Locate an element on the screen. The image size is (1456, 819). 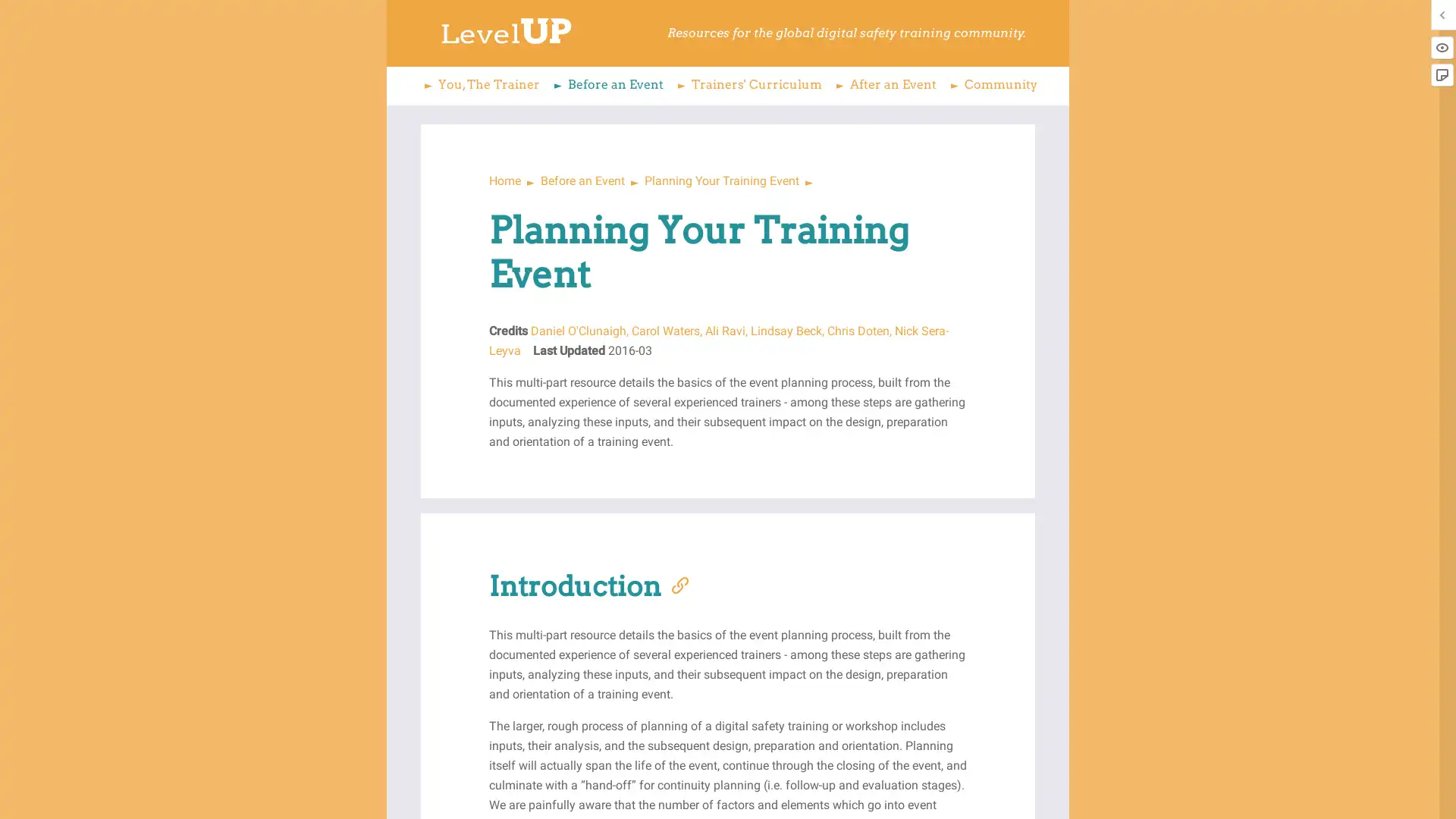
New page note is located at coordinates (1441, 75).